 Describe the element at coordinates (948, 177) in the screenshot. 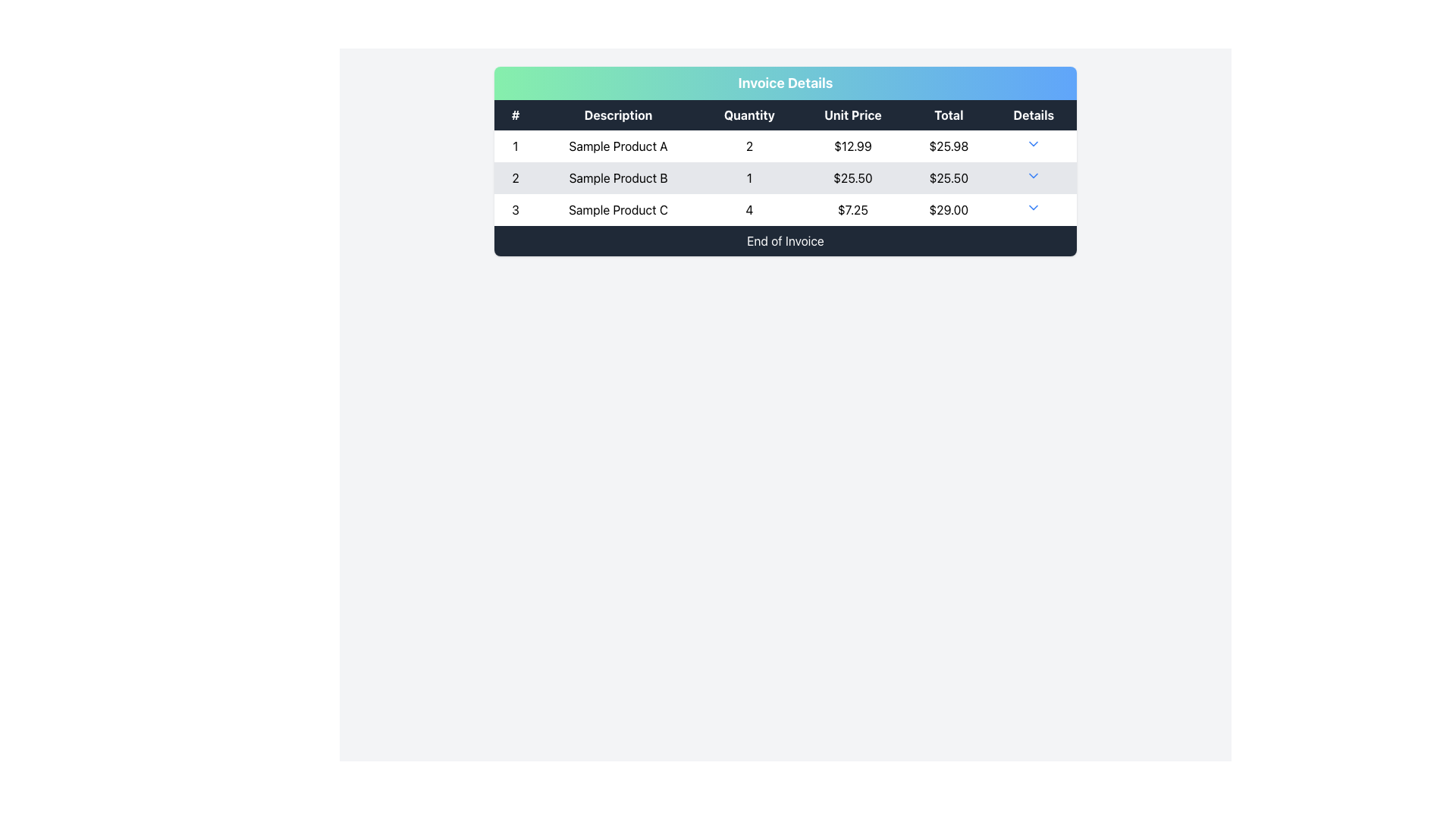

I see `the Text Label displaying the total amount '$25.50' in the second row of the table under the 'Total' column` at that location.